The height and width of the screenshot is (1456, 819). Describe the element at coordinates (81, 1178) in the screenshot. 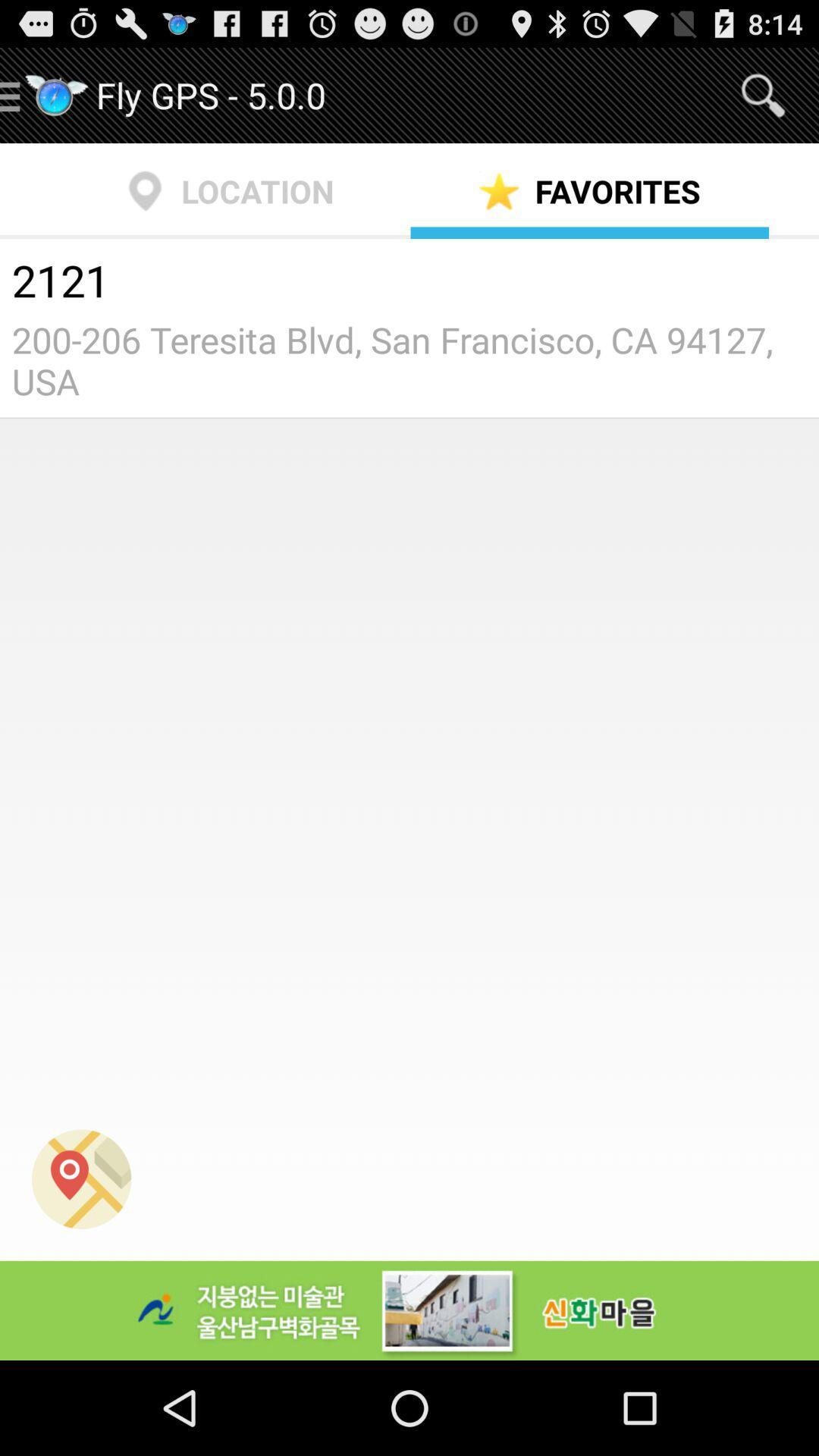

I see `the icon at the bottom left corner` at that location.